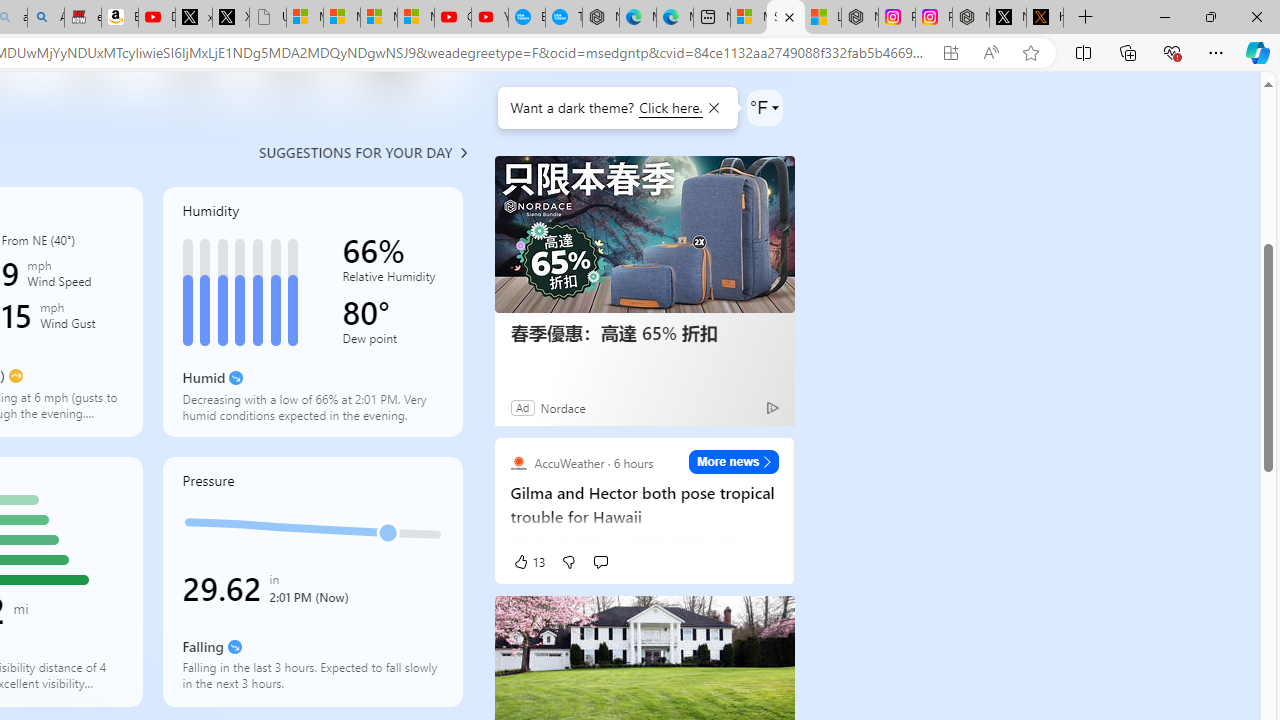  Describe the element at coordinates (392, 341) in the screenshot. I see `'Dew point'` at that location.